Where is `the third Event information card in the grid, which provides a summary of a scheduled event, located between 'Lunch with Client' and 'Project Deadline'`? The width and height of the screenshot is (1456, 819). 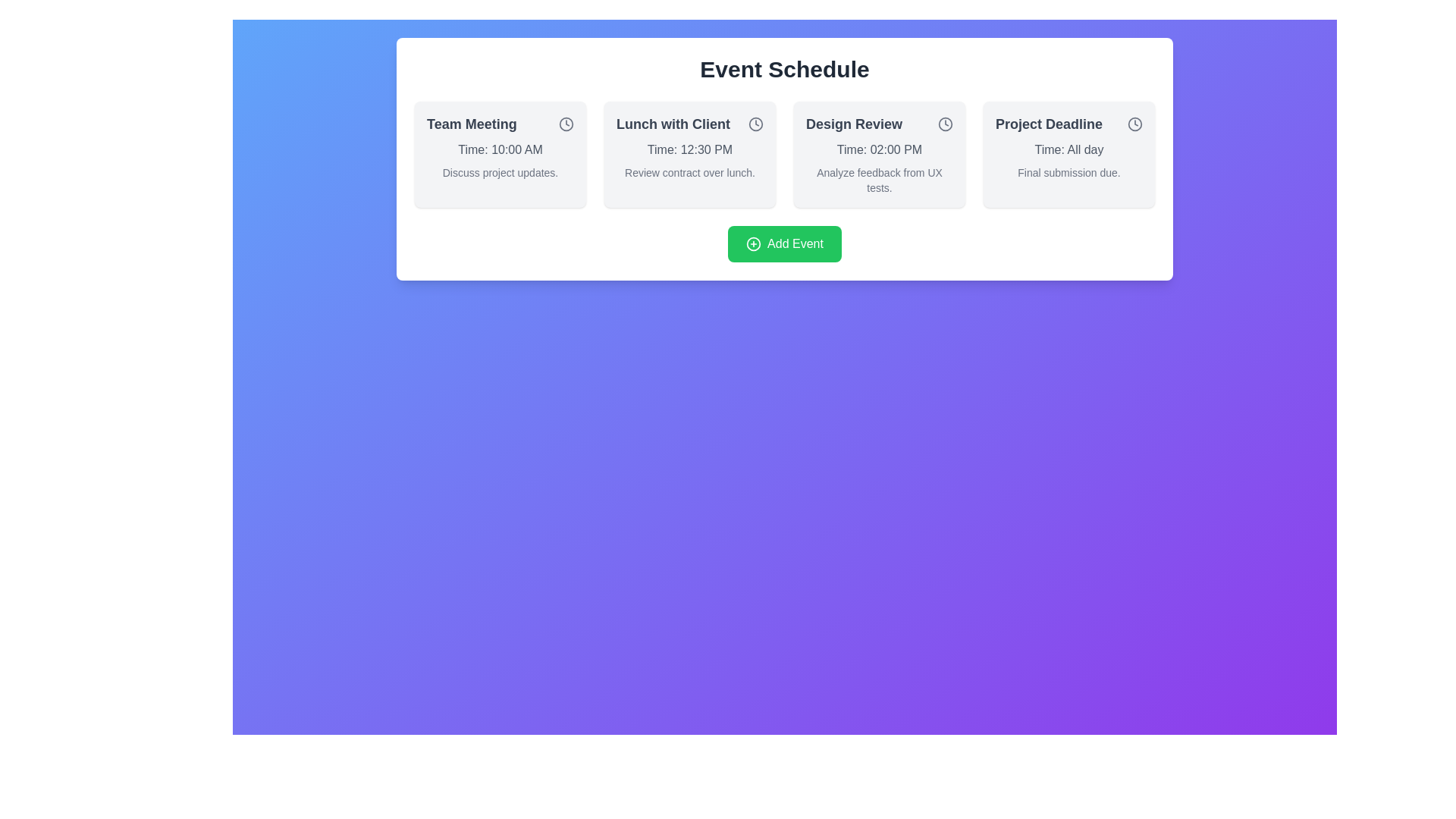
the third Event information card in the grid, which provides a summary of a scheduled event, located between 'Lunch with Client' and 'Project Deadline' is located at coordinates (880, 155).